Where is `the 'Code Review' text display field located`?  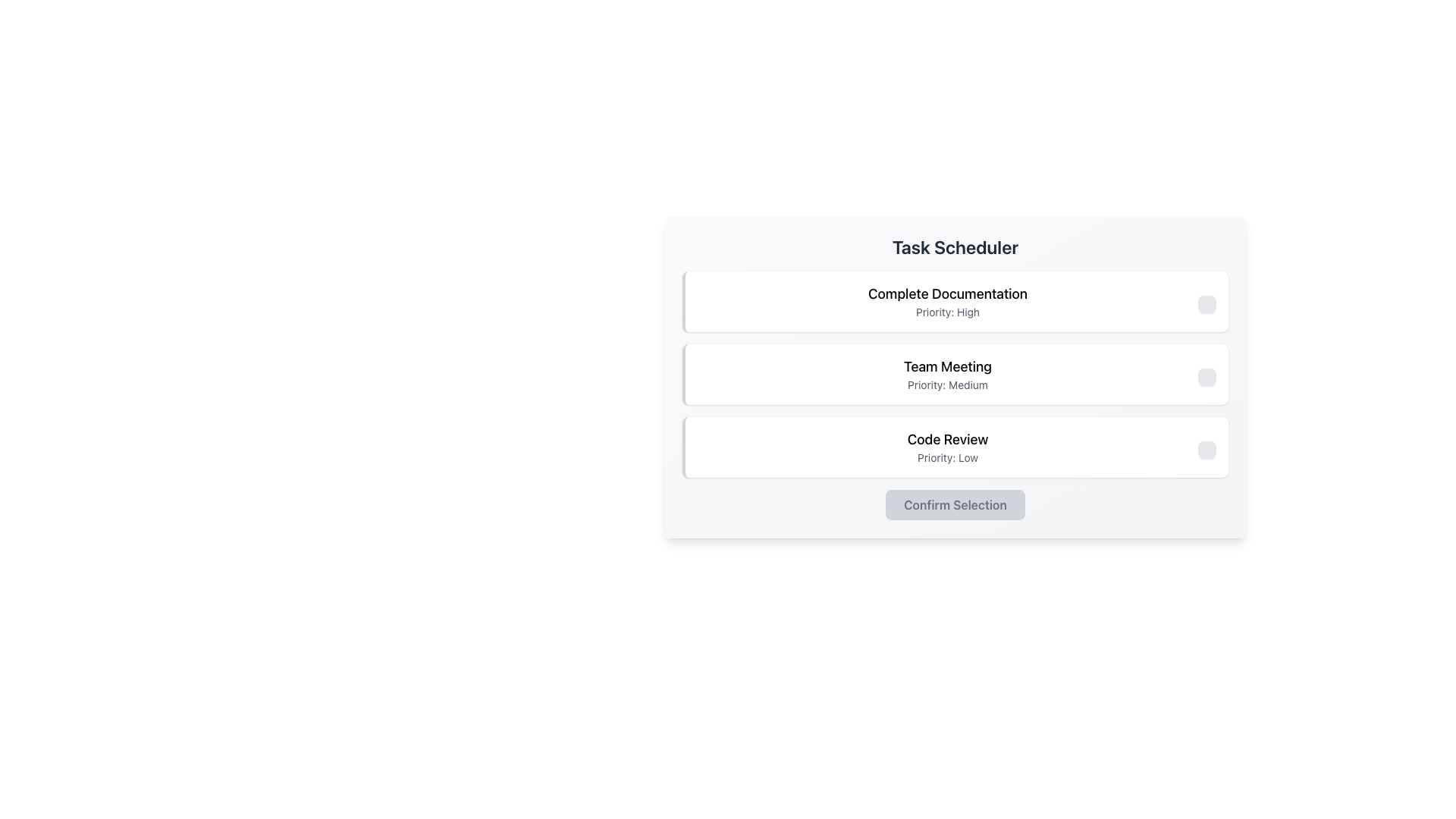
the 'Code Review' text display field located is located at coordinates (946, 447).